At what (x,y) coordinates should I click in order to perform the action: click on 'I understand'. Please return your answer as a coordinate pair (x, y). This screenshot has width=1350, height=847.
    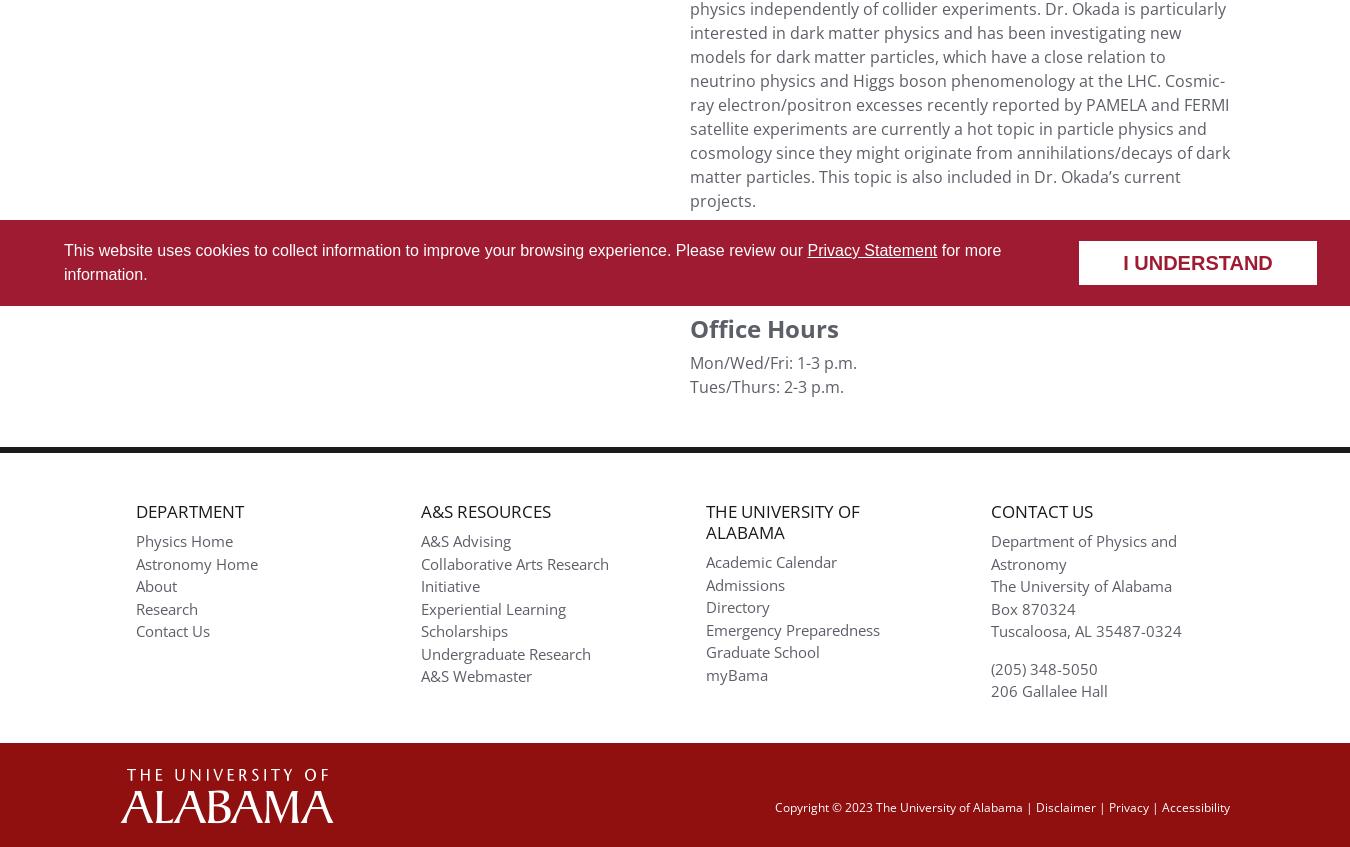
    Looking at the image, I should click on (1123, 261).